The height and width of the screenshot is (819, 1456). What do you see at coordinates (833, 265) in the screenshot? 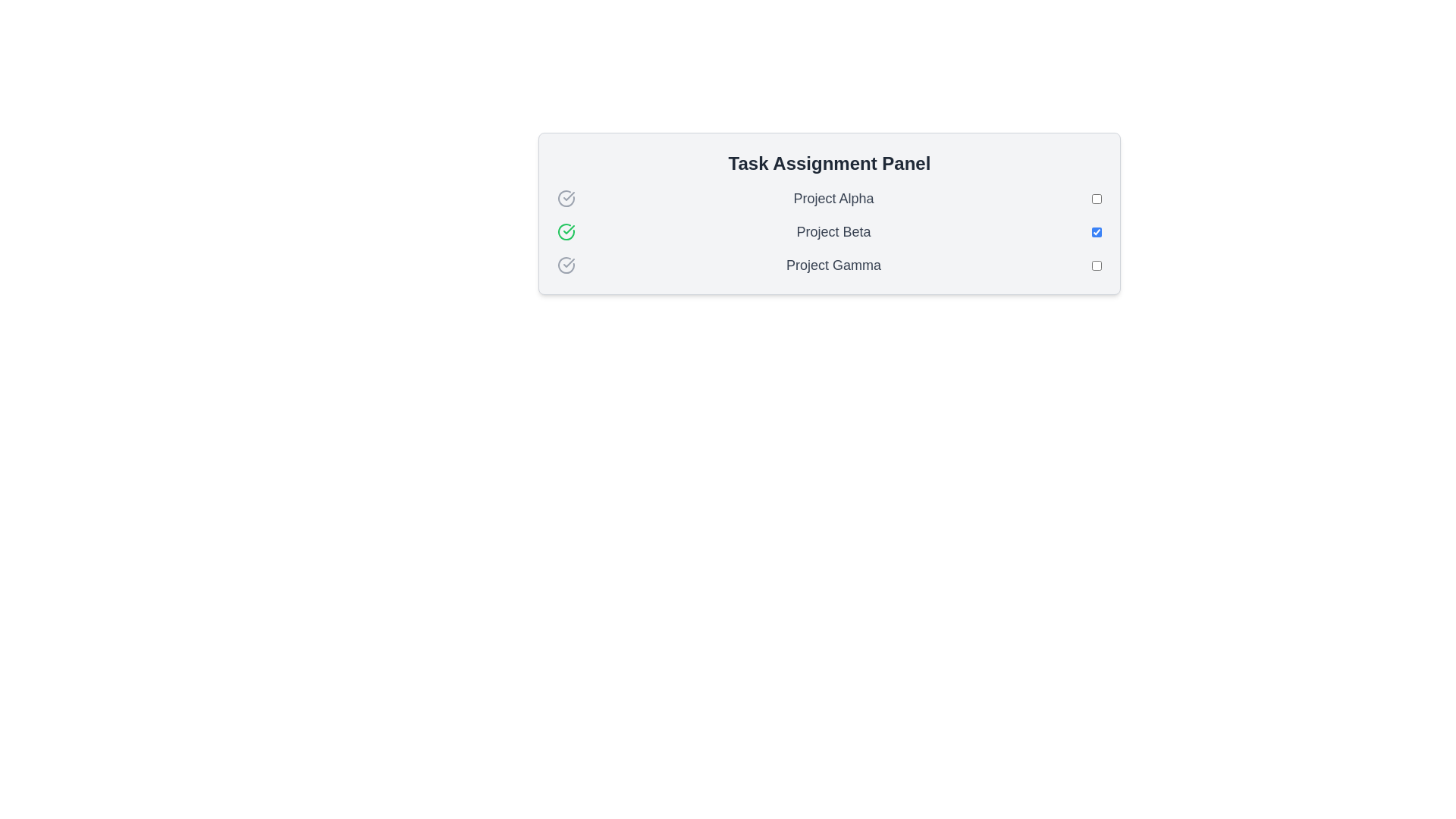
I see `the text label reading 'Project Gamma' styled with a medium-sized, gray-colored font, positioned within the 'Task Assignment Panel' below 'Project Beta'` at bounding box center [833, 265].